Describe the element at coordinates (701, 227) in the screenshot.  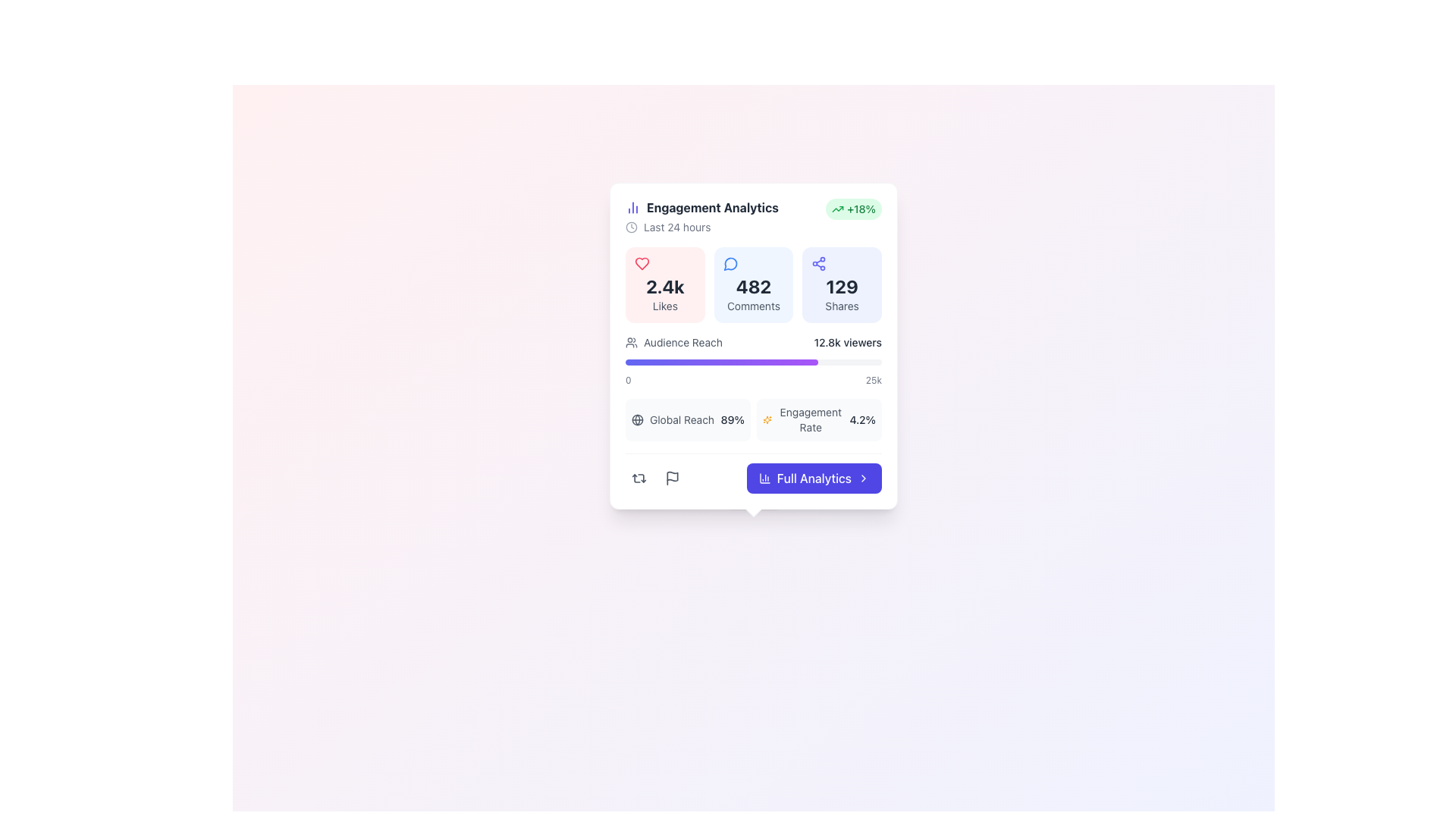
I see `the time clarification label located below the 'Engagement Analytics' header, which indicates data from the last 24 hours` at that location.